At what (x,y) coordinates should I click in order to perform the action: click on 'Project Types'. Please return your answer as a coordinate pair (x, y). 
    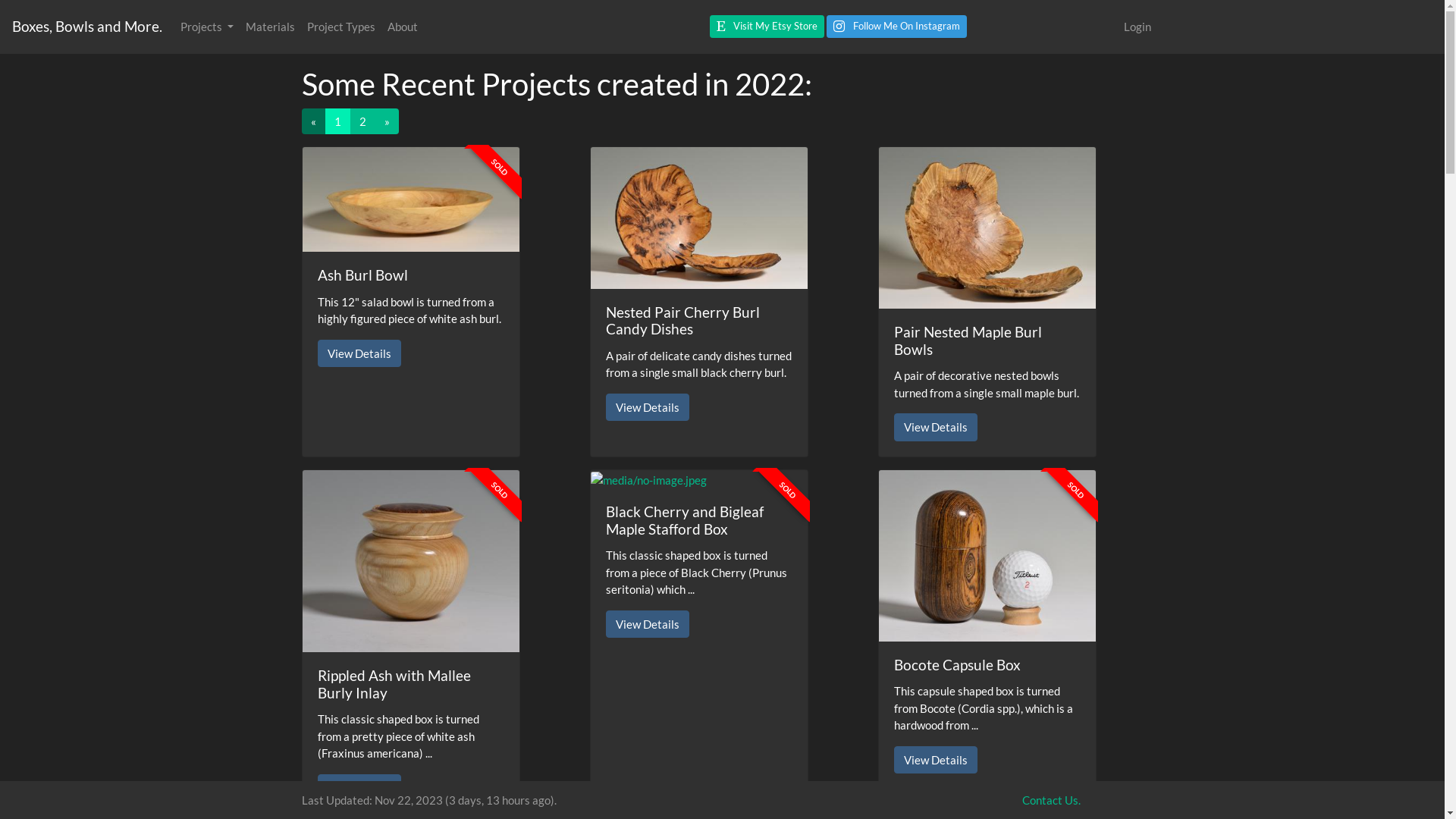
    Looking at the image, I should click on (340, 27).